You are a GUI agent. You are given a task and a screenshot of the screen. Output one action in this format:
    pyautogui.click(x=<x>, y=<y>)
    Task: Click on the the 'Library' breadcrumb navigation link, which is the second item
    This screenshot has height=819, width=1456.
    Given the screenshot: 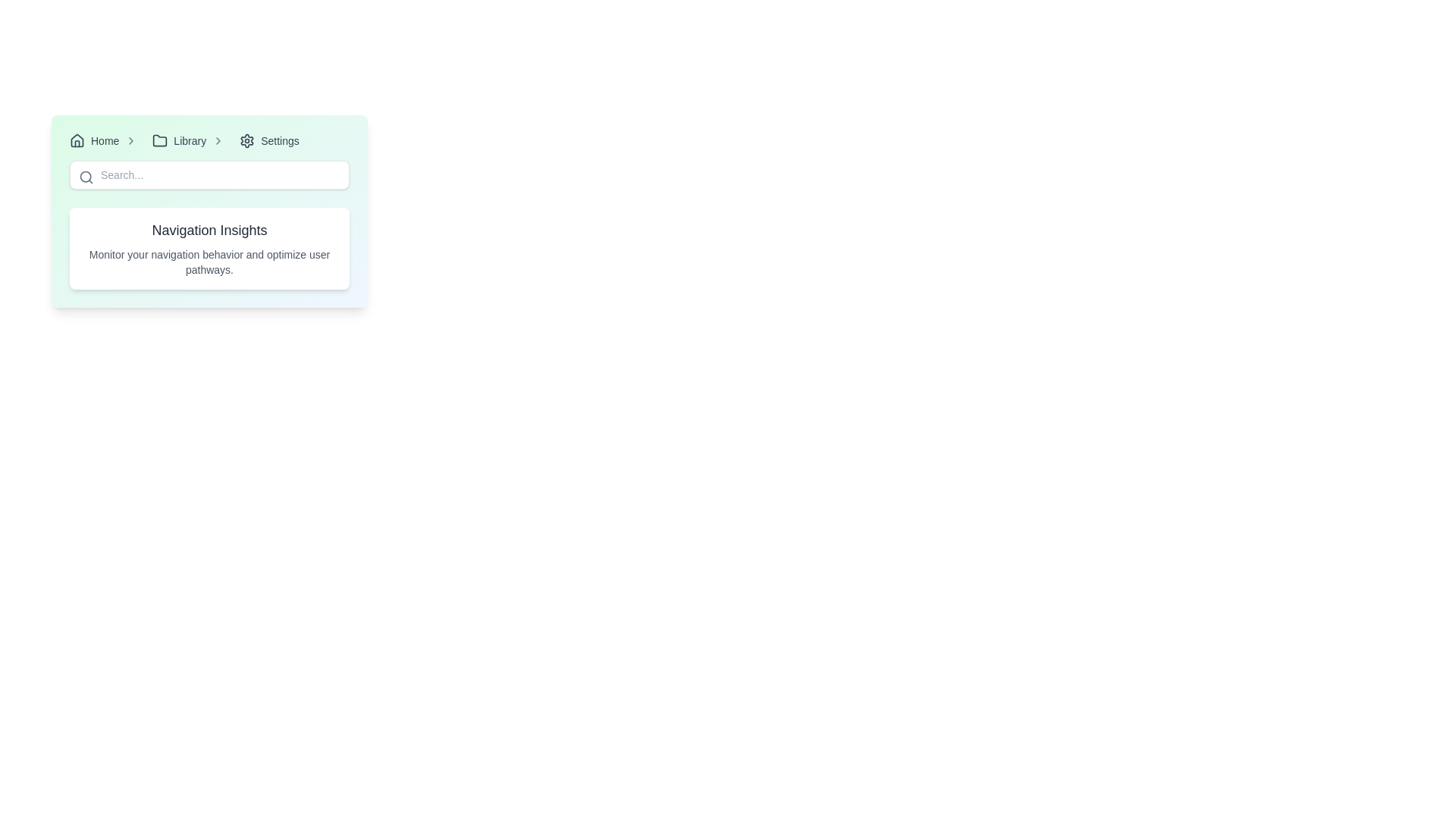 What is the action you would take?
    pyautogui.click(x=190, y=140)
    